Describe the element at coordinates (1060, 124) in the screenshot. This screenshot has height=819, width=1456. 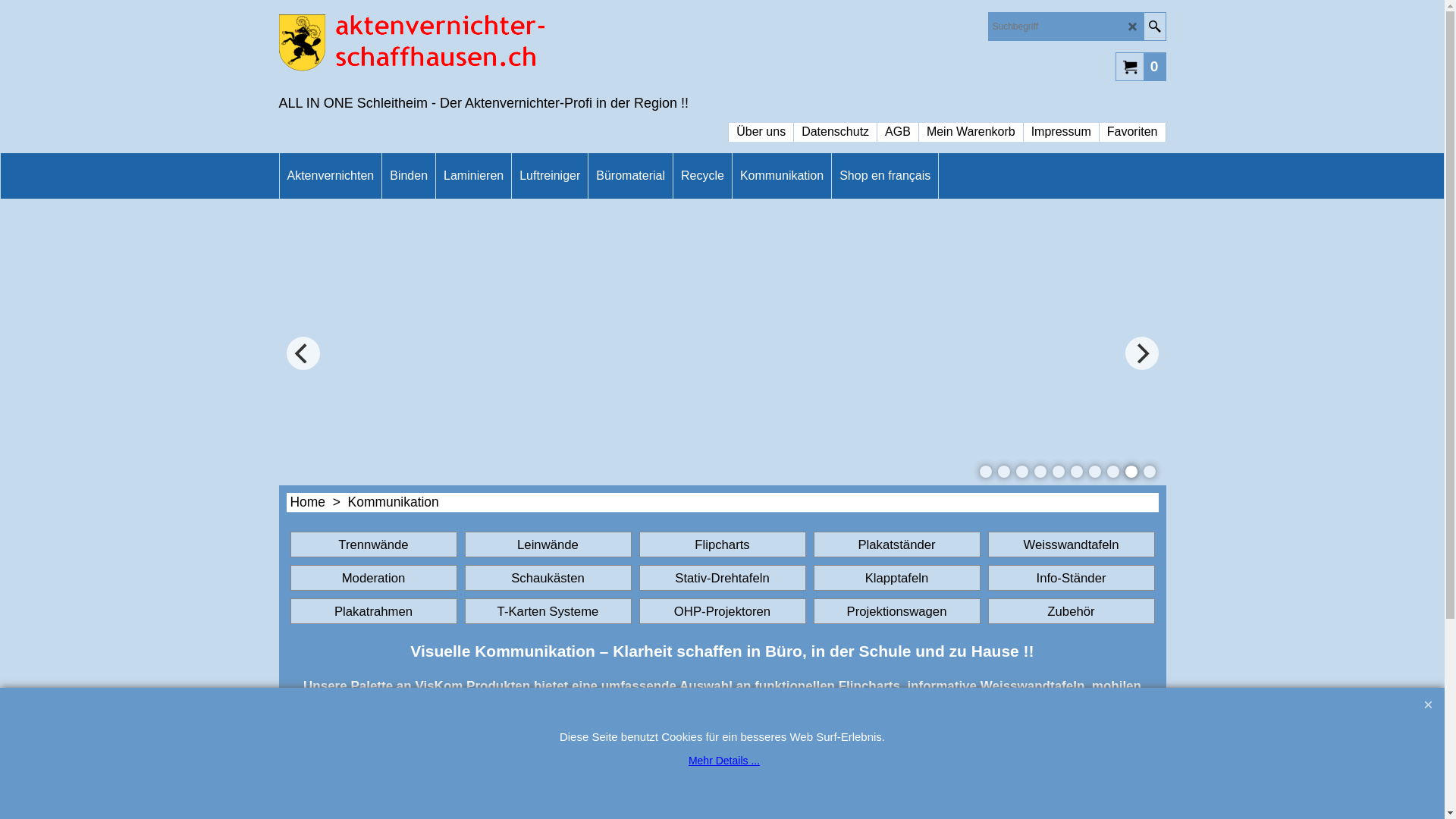
I see `'Impressum'` at that location.